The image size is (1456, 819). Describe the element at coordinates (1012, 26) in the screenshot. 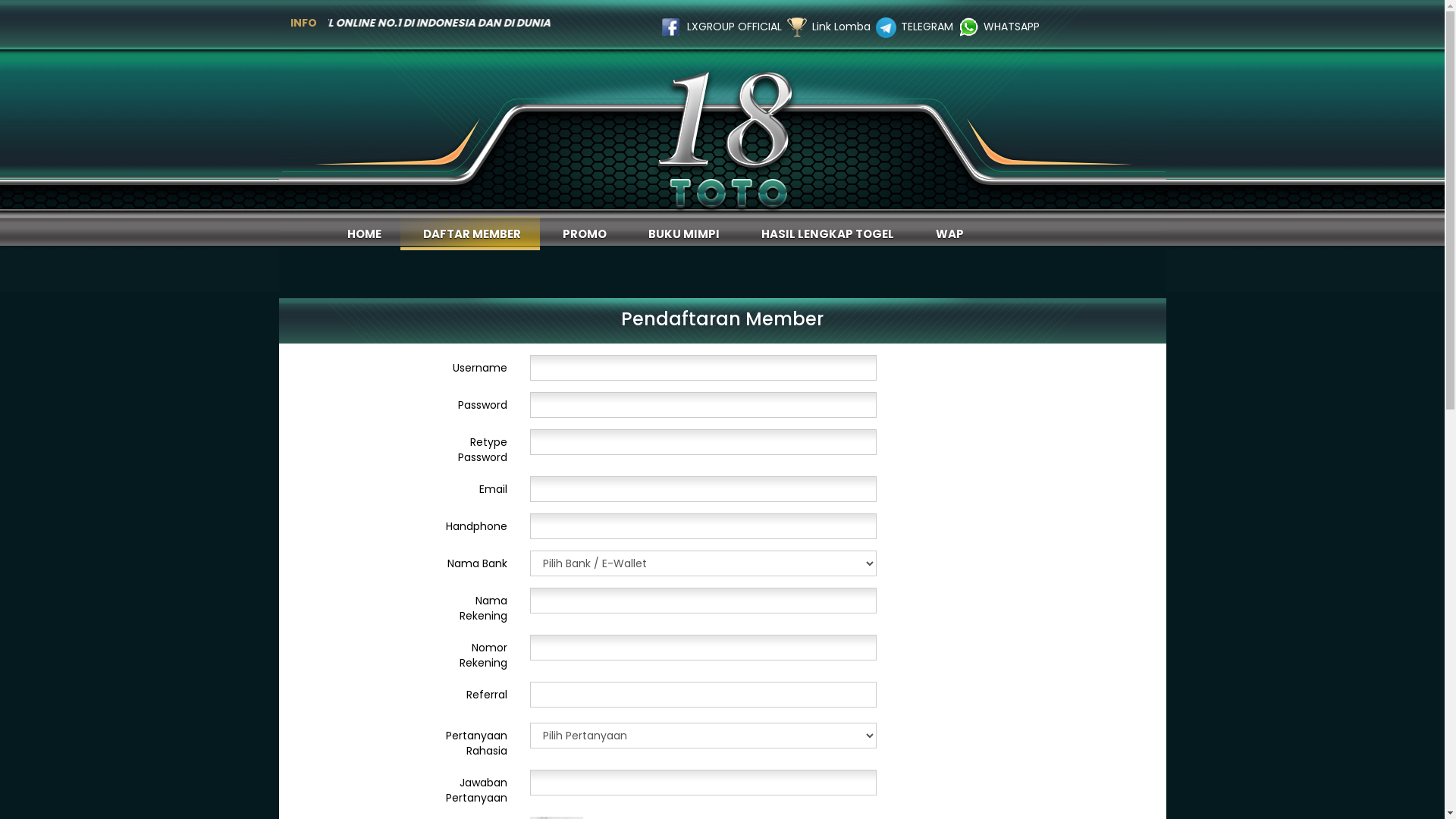

I see `'WHATSAPP'` at that location.